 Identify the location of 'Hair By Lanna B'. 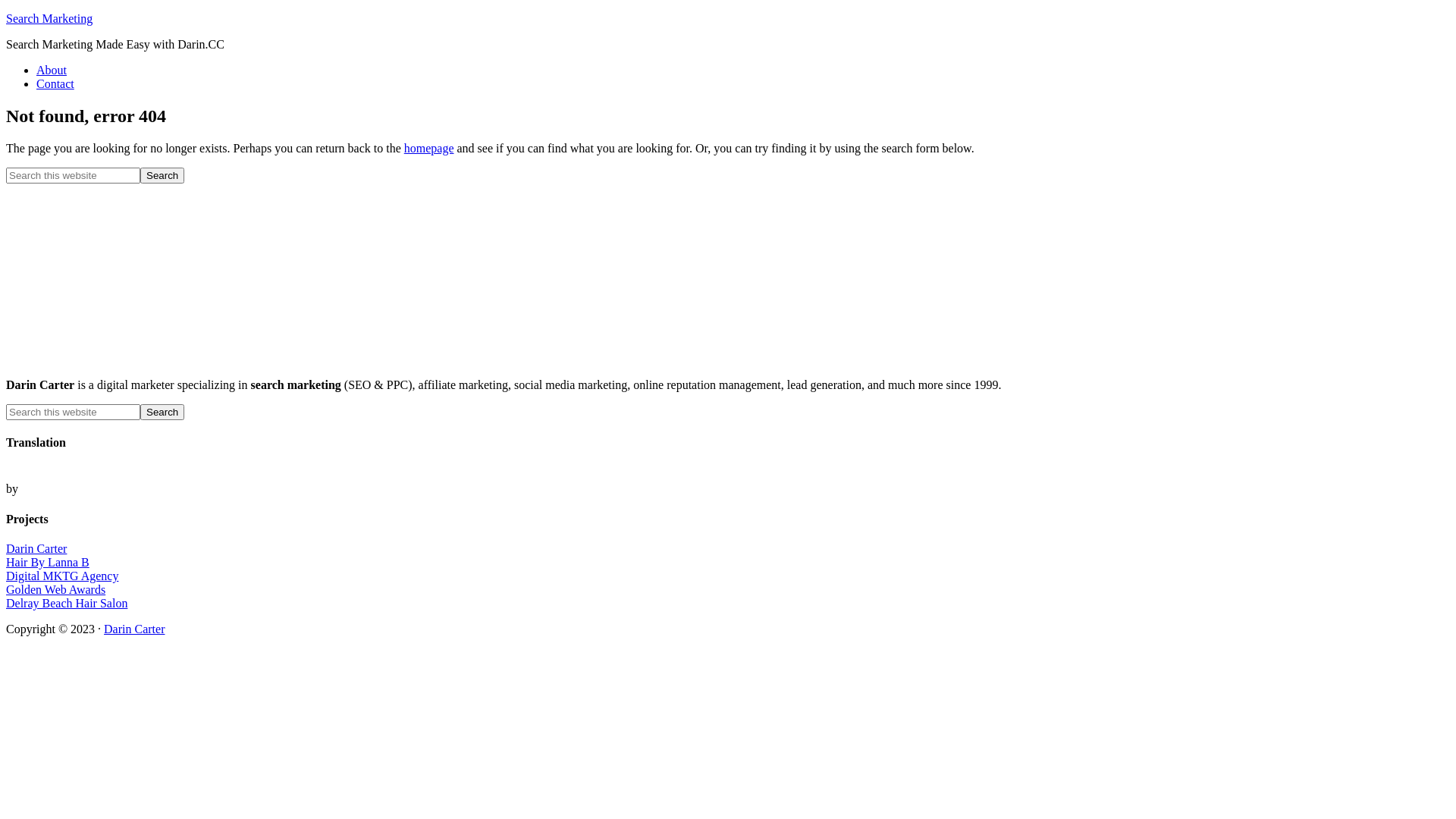
(47, 562).